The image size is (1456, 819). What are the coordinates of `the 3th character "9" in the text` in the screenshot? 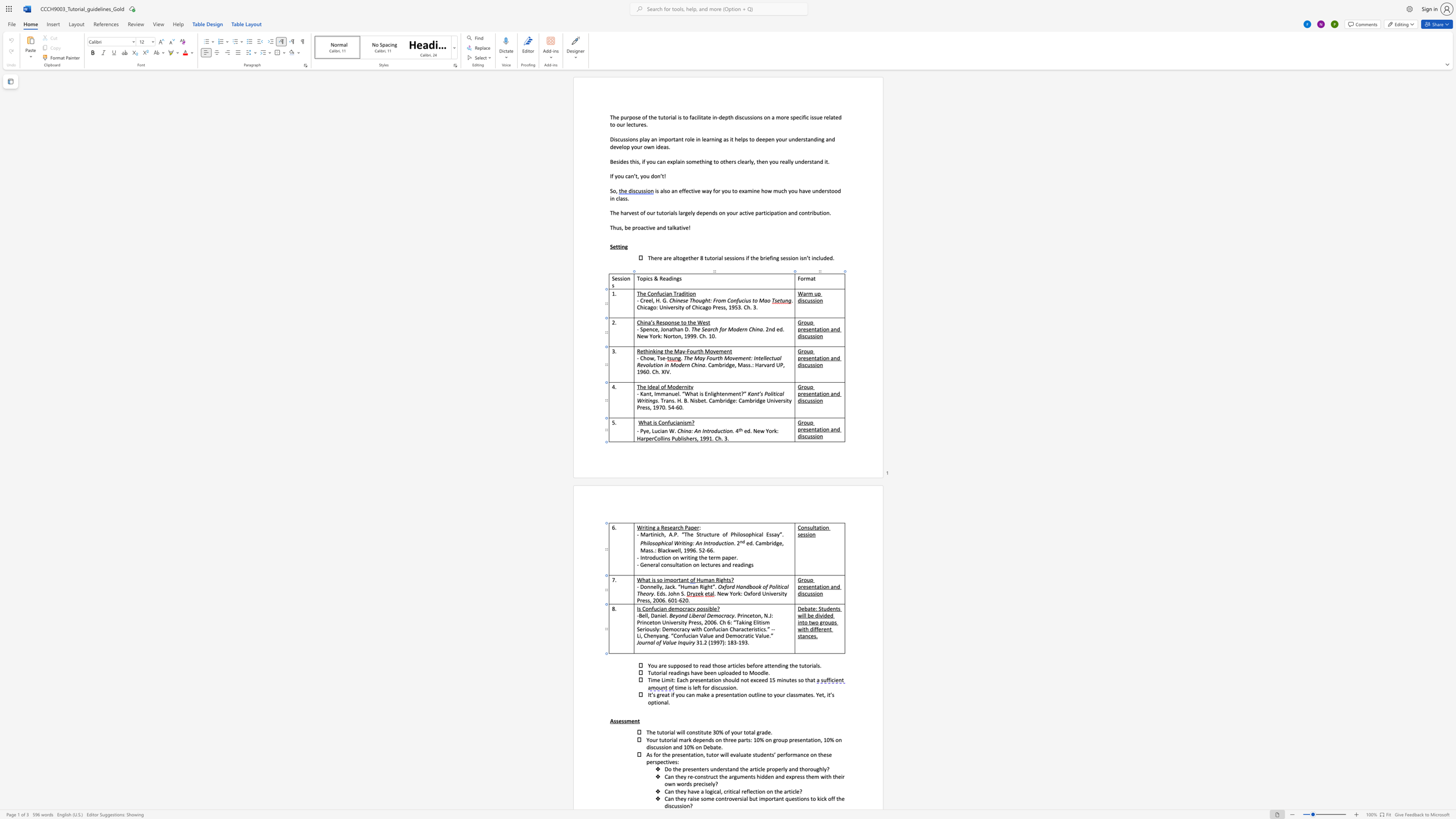 It's located at (742, 642).